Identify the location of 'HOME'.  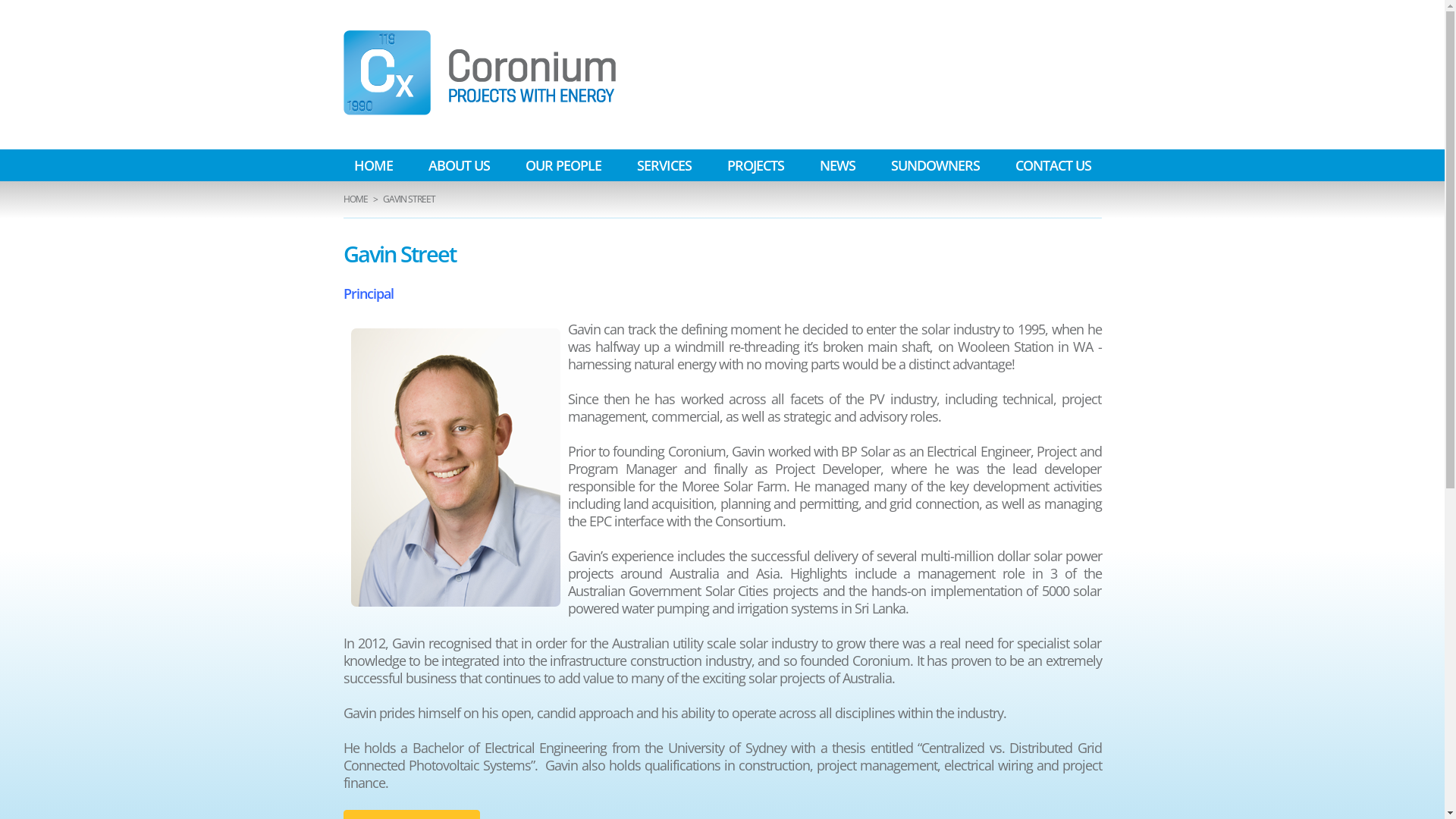
(353, 198).